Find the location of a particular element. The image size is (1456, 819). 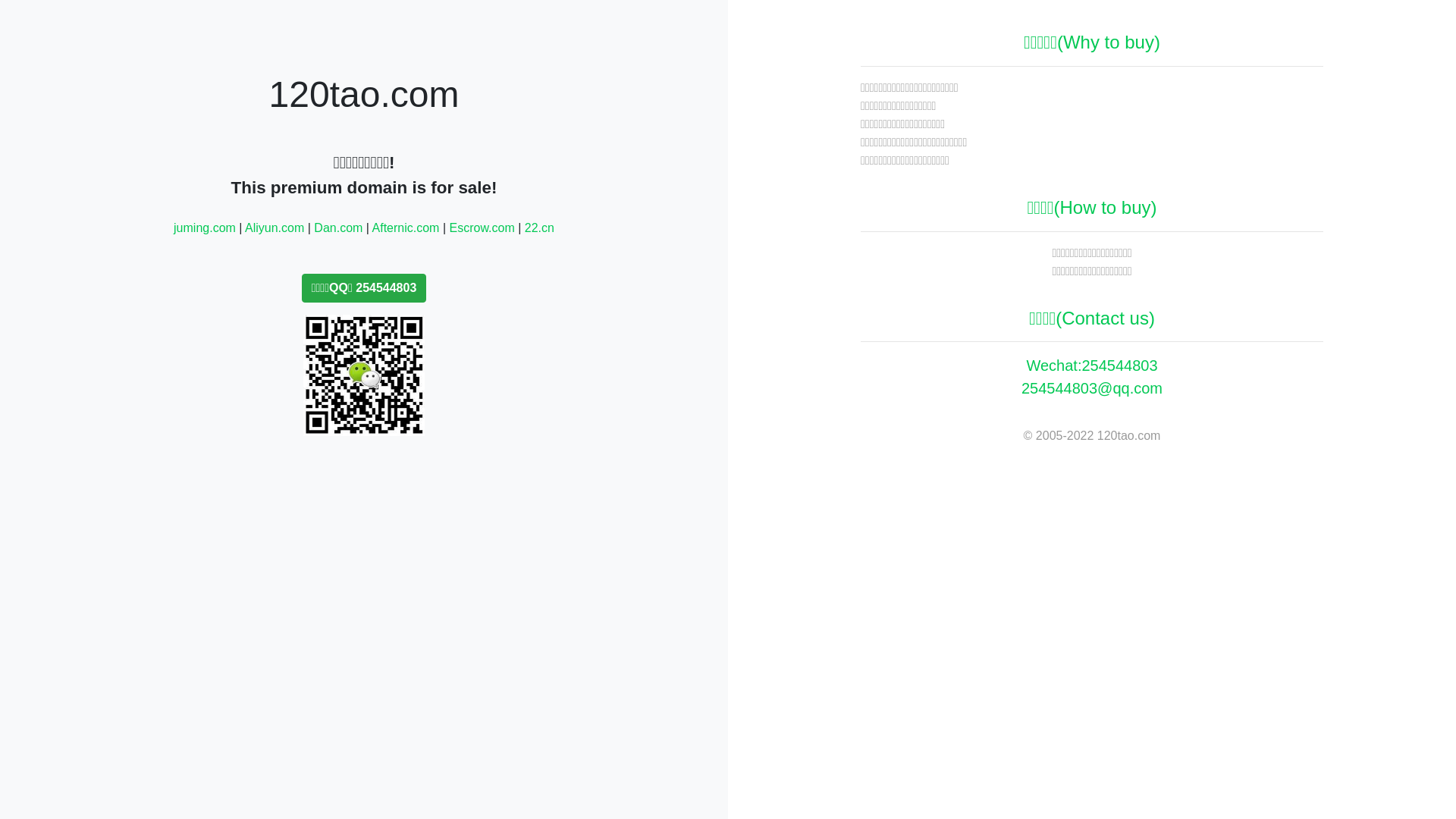

'juming.com' is located at coordinates (203, 227).